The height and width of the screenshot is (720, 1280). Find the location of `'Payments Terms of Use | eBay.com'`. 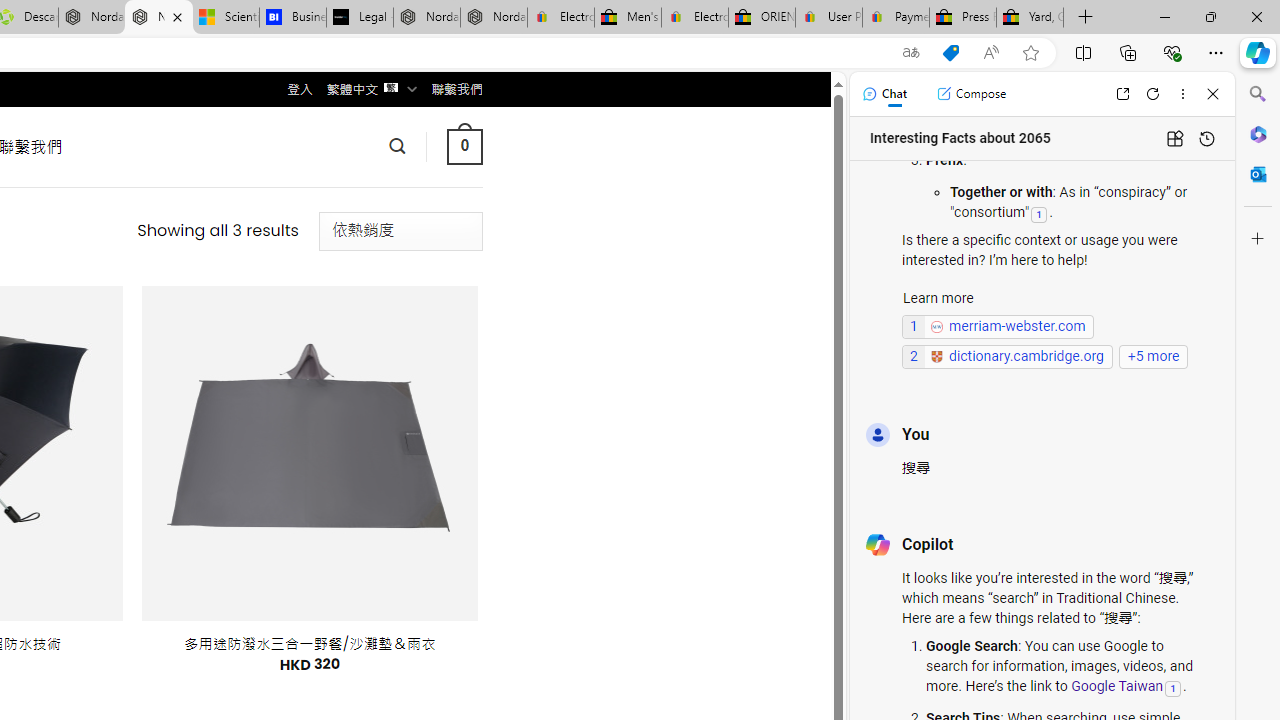

'Payments Terms of Use | eBay.com' is located at coordinates (895, 17).